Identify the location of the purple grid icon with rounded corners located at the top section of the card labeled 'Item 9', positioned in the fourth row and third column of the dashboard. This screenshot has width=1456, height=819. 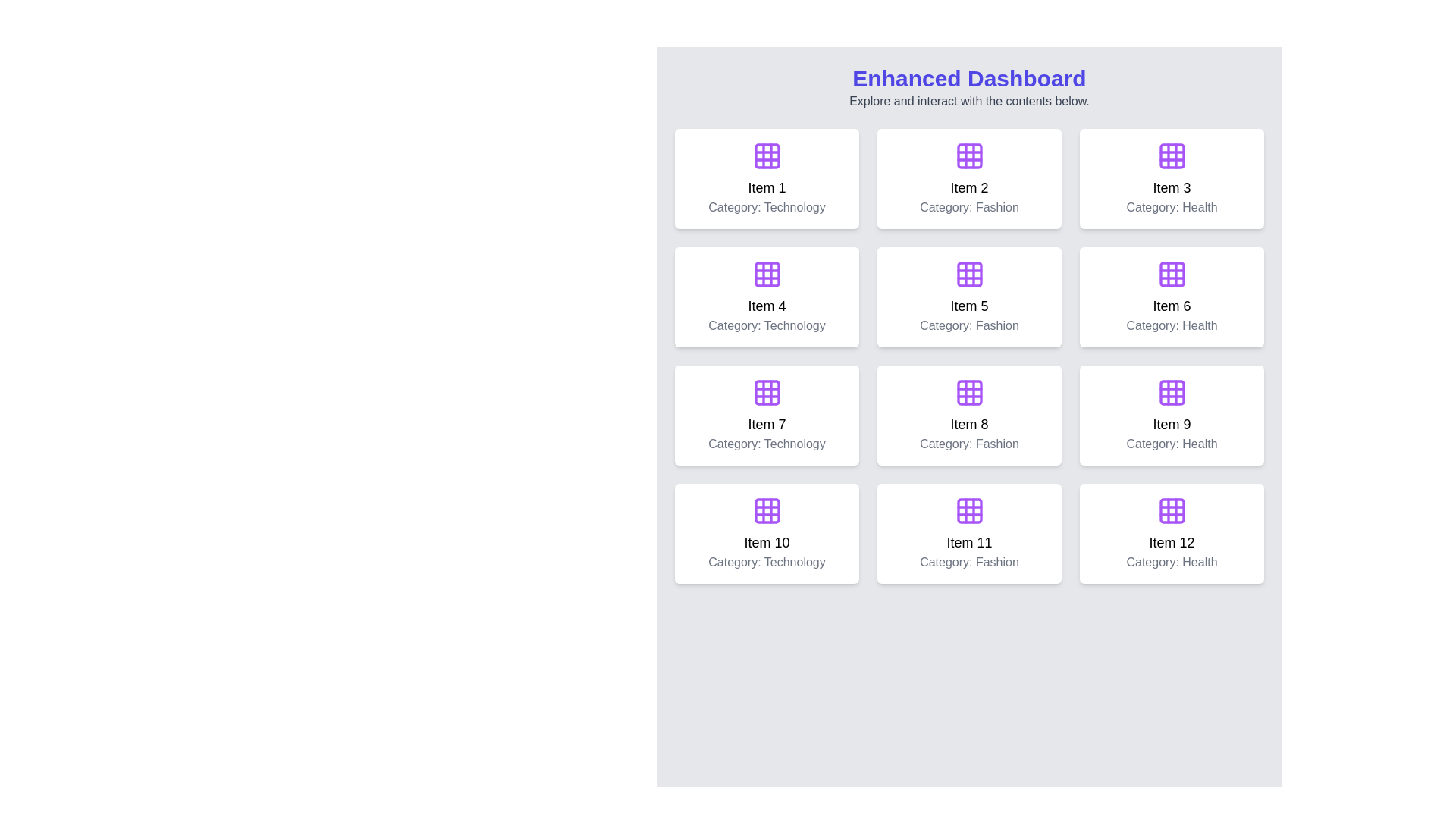
(1171, 391).